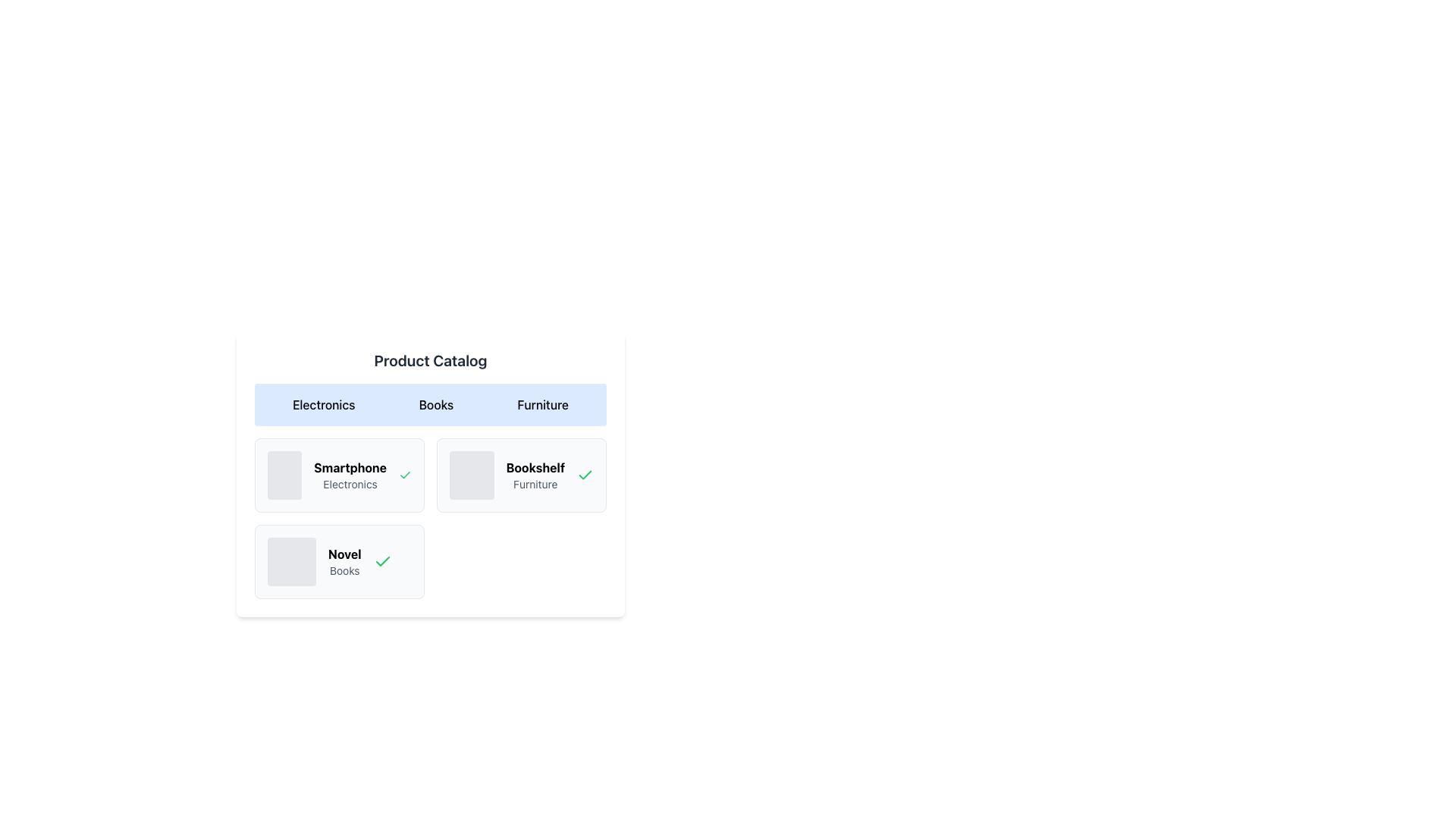 The width and height of the screenshot is (1456, 819). What do you see at coordinates (521, 475) in the screenshot?
I see `the 'Bookshelf' product card in the top row of the grid layout, which is the second card from the left` at bounding box center [521, 475].